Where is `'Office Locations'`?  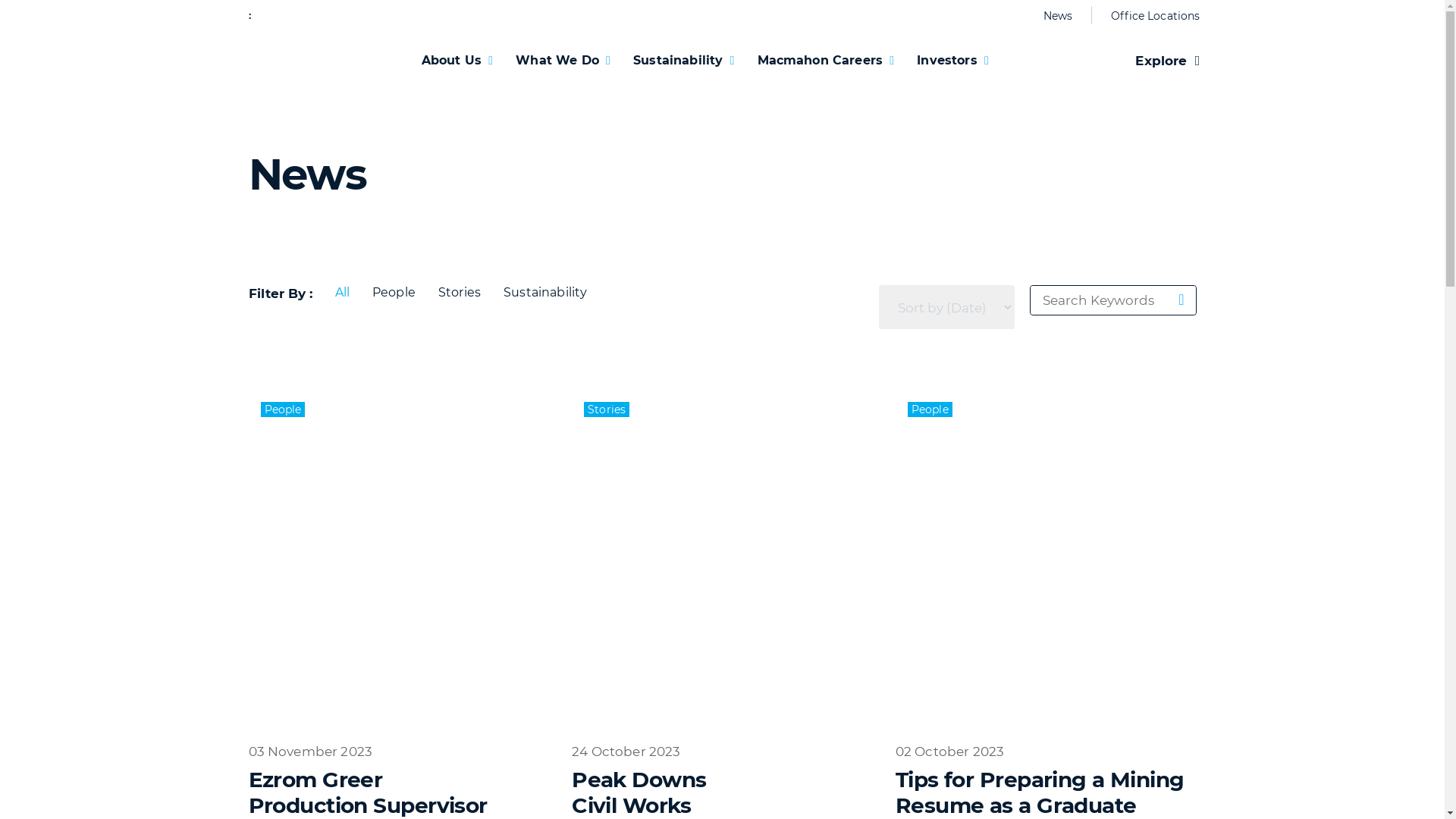 'Office Locations' is located at coordinates (1150, 15).